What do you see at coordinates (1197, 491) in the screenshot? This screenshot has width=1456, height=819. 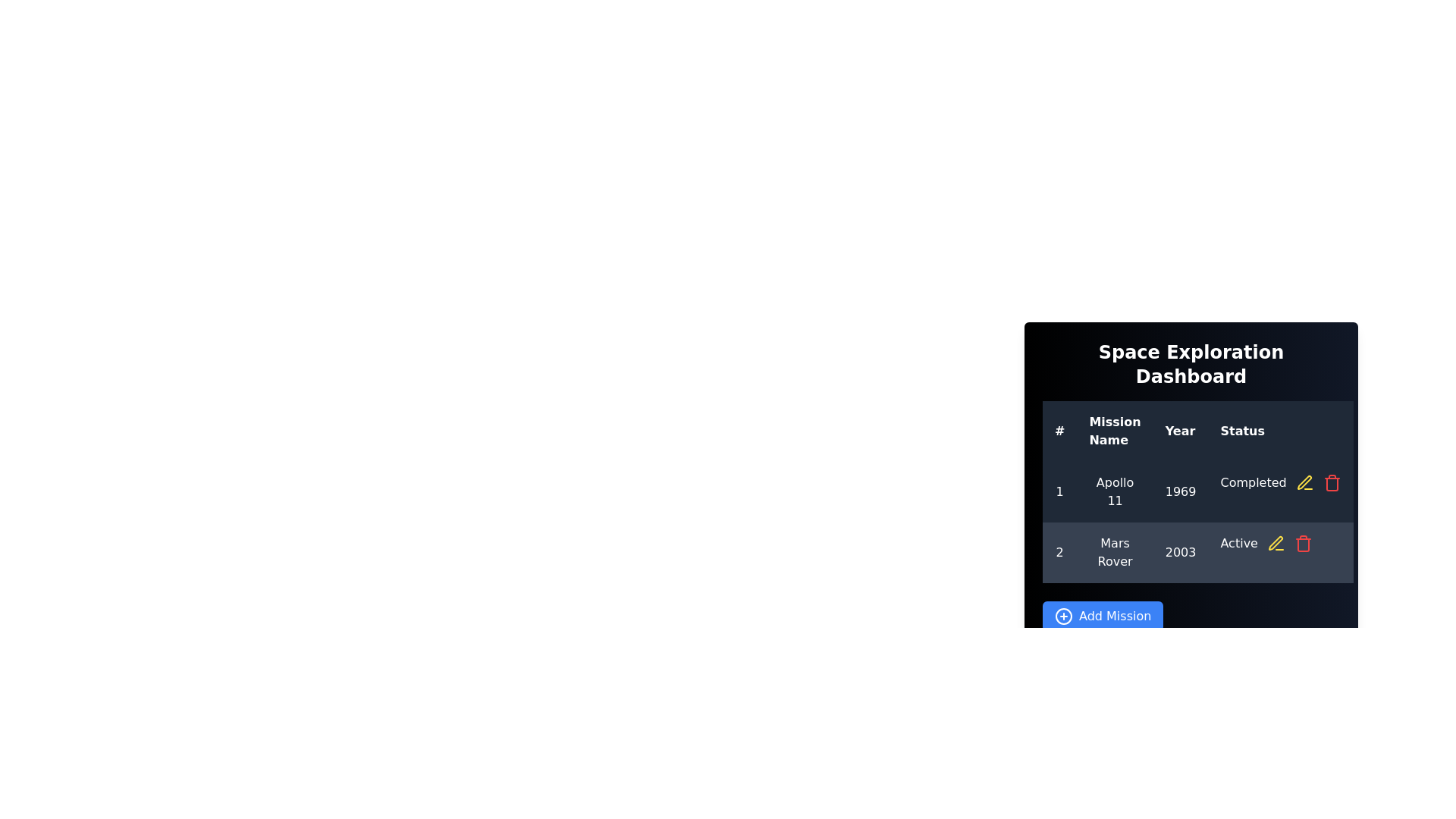 I see `the first row of the table displaying the mission 'Apollo 11', which includes the index '1', year '1969', and status 'Completed', to trigger any hover-specific functionality` at bounding box center [1197, 491].